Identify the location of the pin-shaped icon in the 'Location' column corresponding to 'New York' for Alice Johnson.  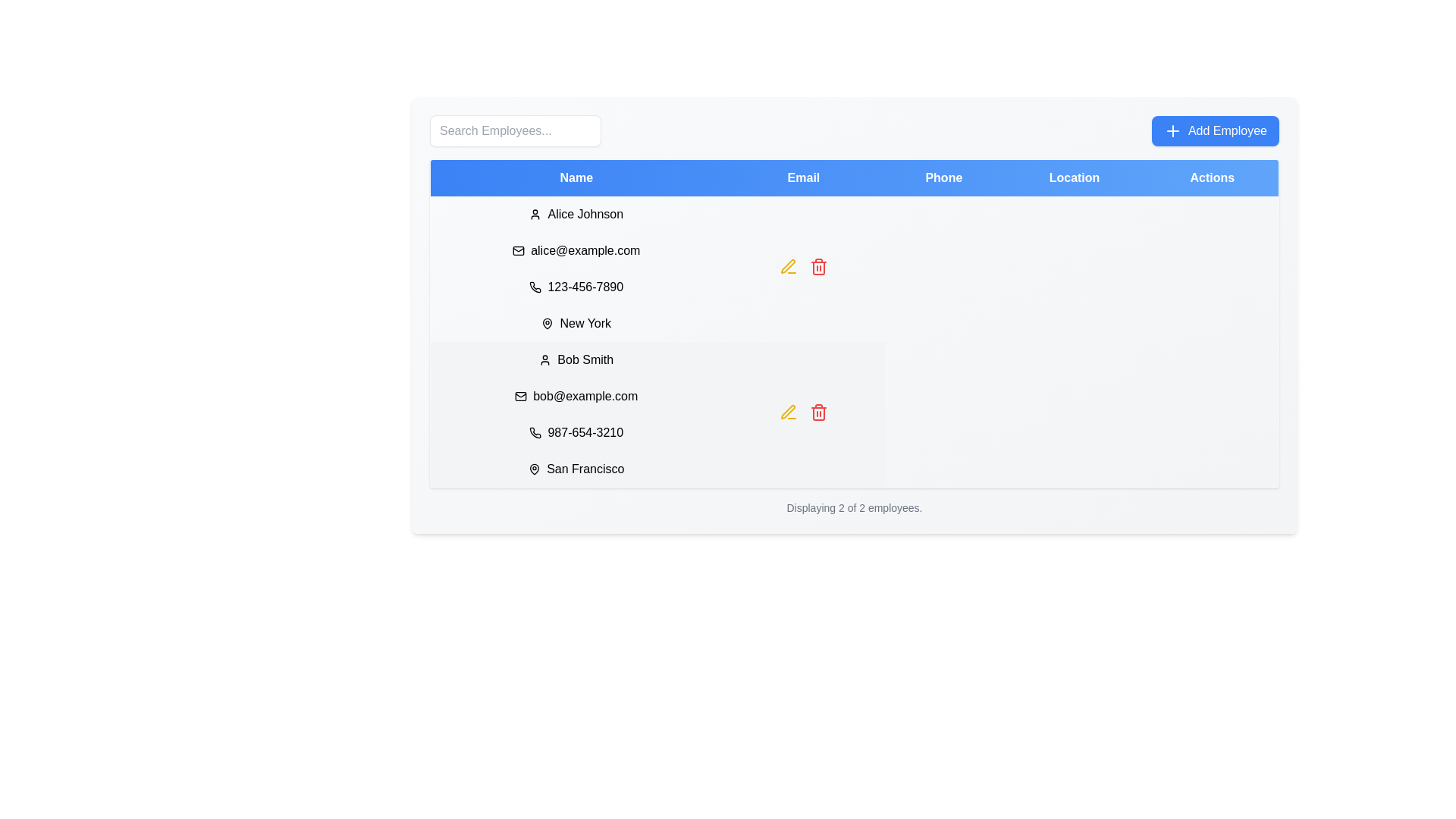
(546, 322).